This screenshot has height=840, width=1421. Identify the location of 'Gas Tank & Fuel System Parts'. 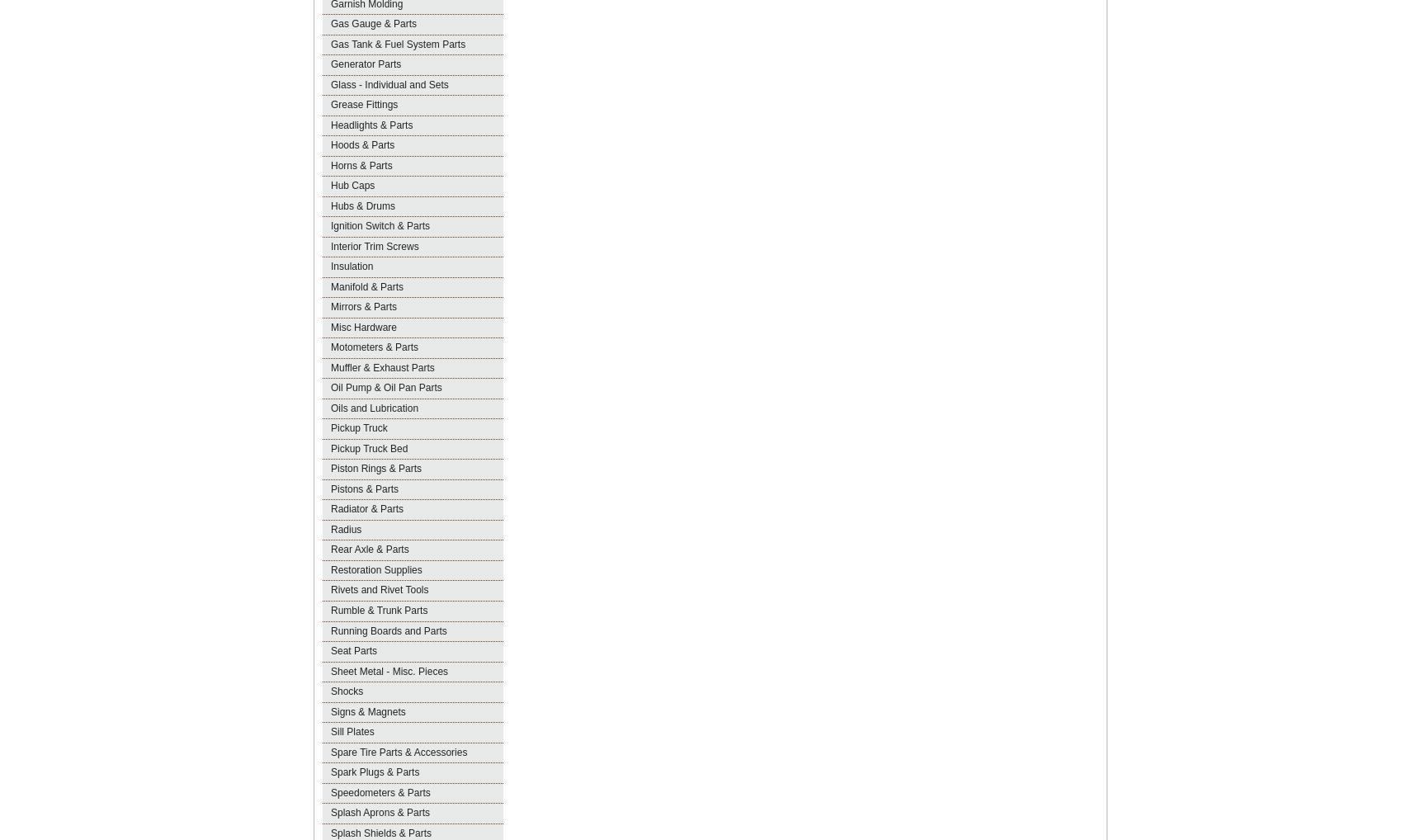
(397, 44).